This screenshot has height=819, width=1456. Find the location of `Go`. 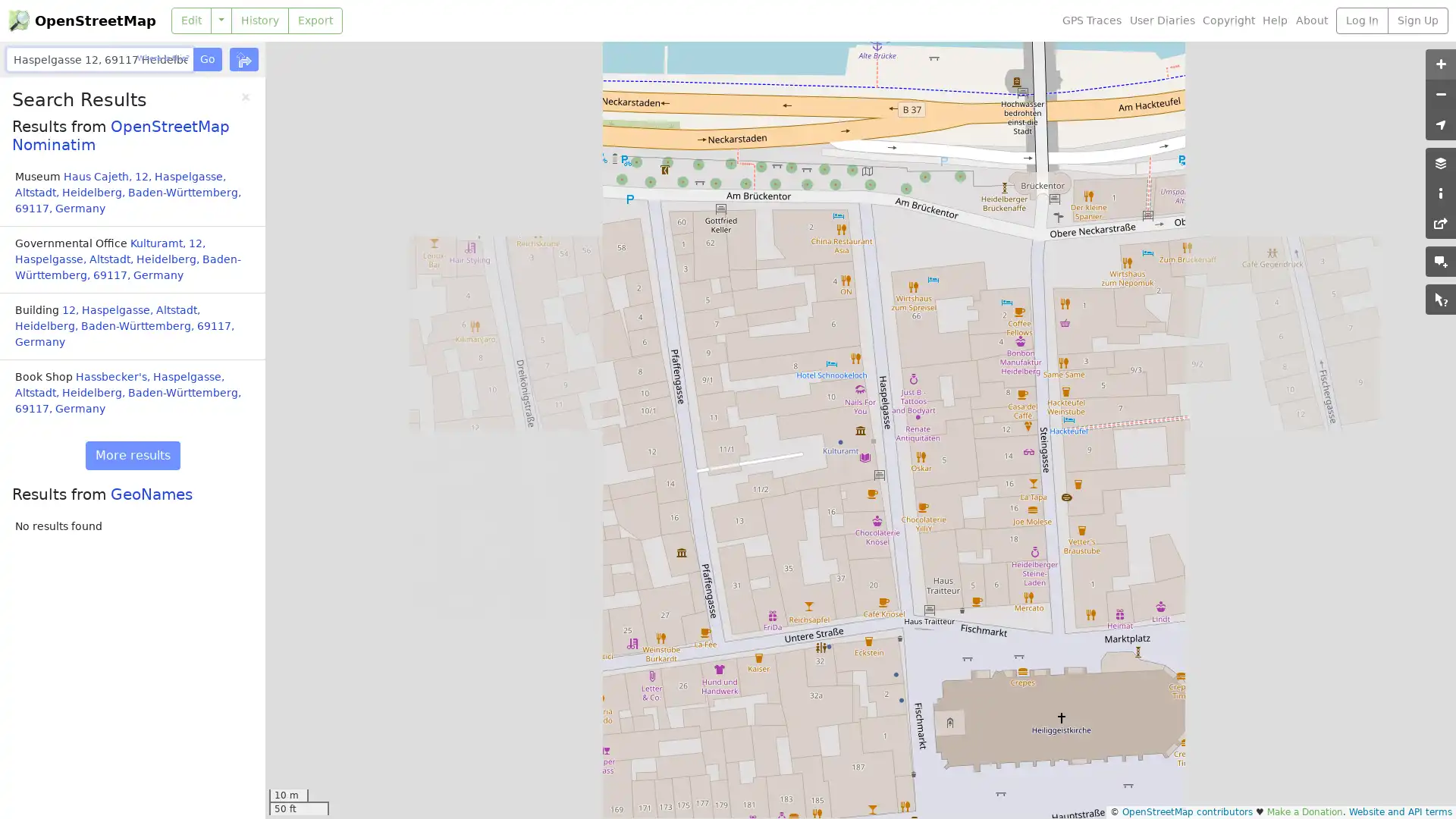

Go is located at coordinates (206, 58).